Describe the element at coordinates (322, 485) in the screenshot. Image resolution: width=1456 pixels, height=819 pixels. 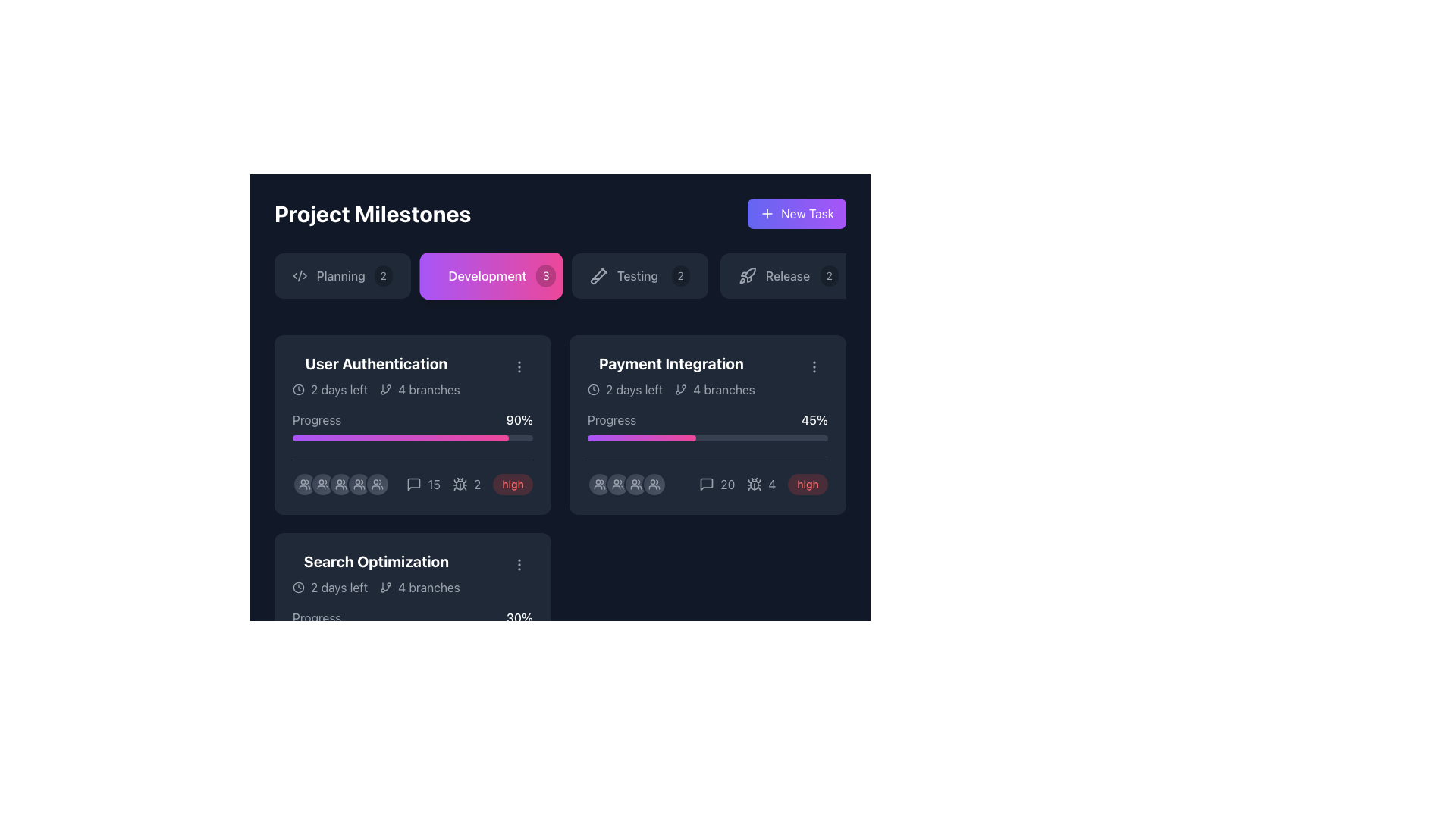
I see `the SVG icon representing a group of people, which is the first icon from the left in the 'User Authentication' progress card view on the main dashboard` at that location.